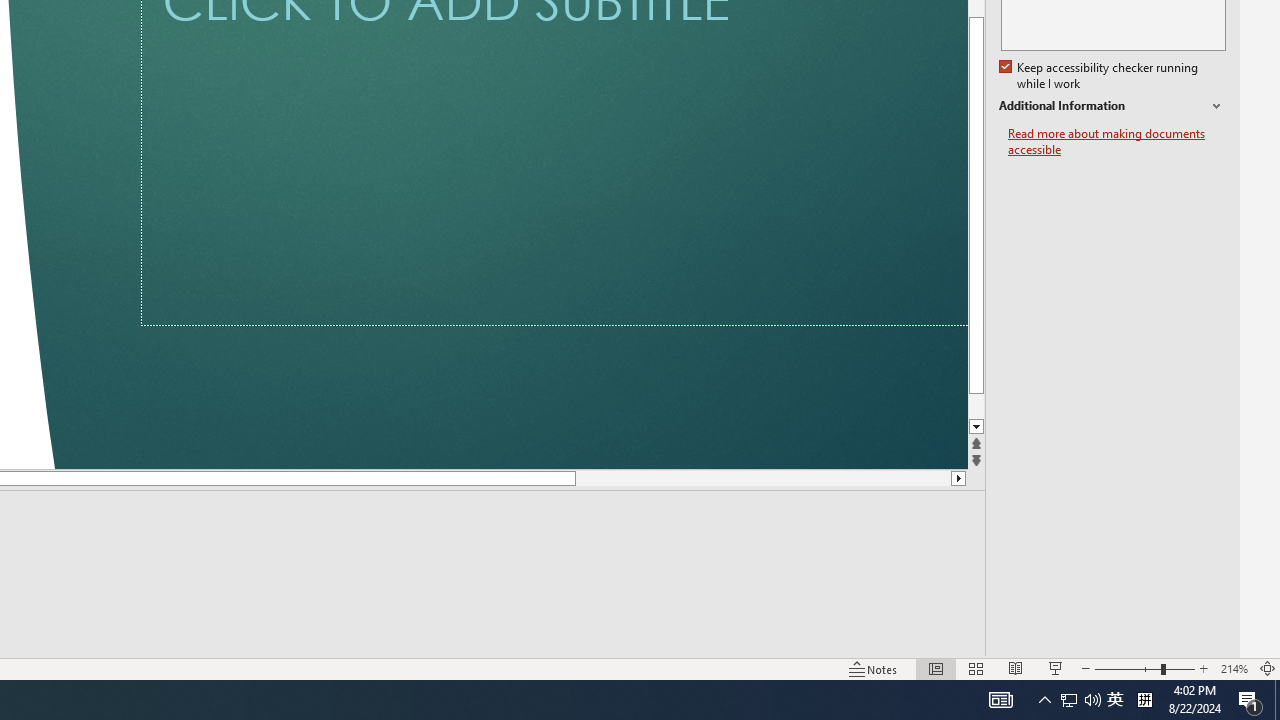 The image size is (1280, 720). What do you see at coordinates (1099, 75) in the screenshot?
I see `'Keep accessibility checker running while I work'` at bounding box center [1099, 75].